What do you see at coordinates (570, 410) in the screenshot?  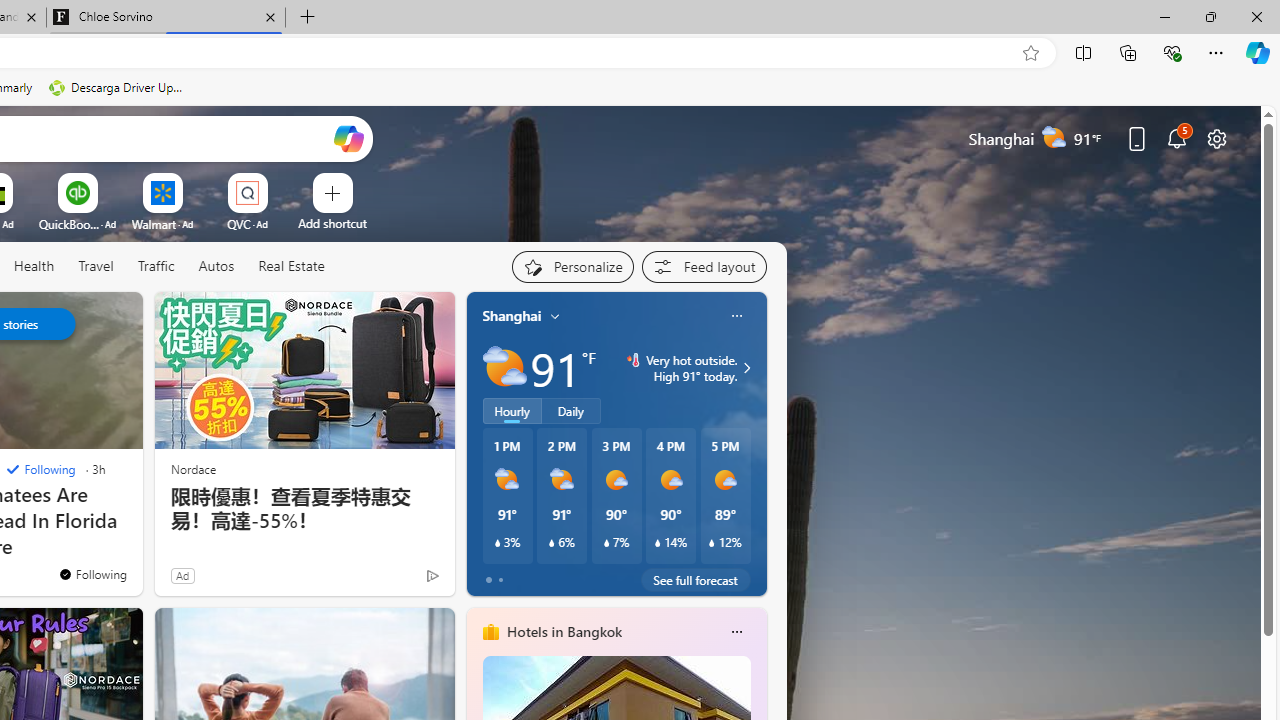 I see `'Daily'` at bounding box center [570, 410].